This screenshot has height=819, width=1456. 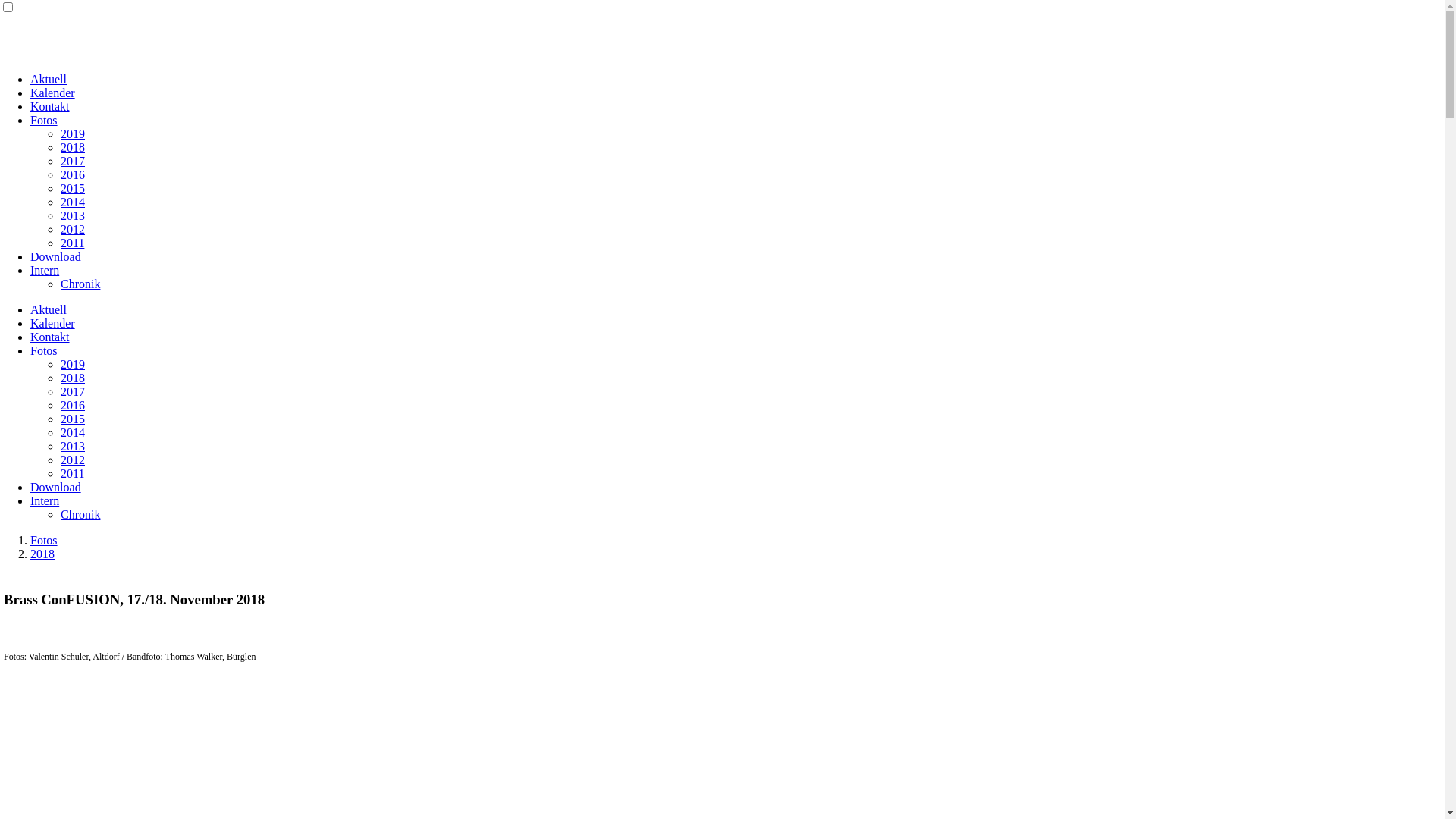 I want to click on '2013', so click(x=72, y=215).